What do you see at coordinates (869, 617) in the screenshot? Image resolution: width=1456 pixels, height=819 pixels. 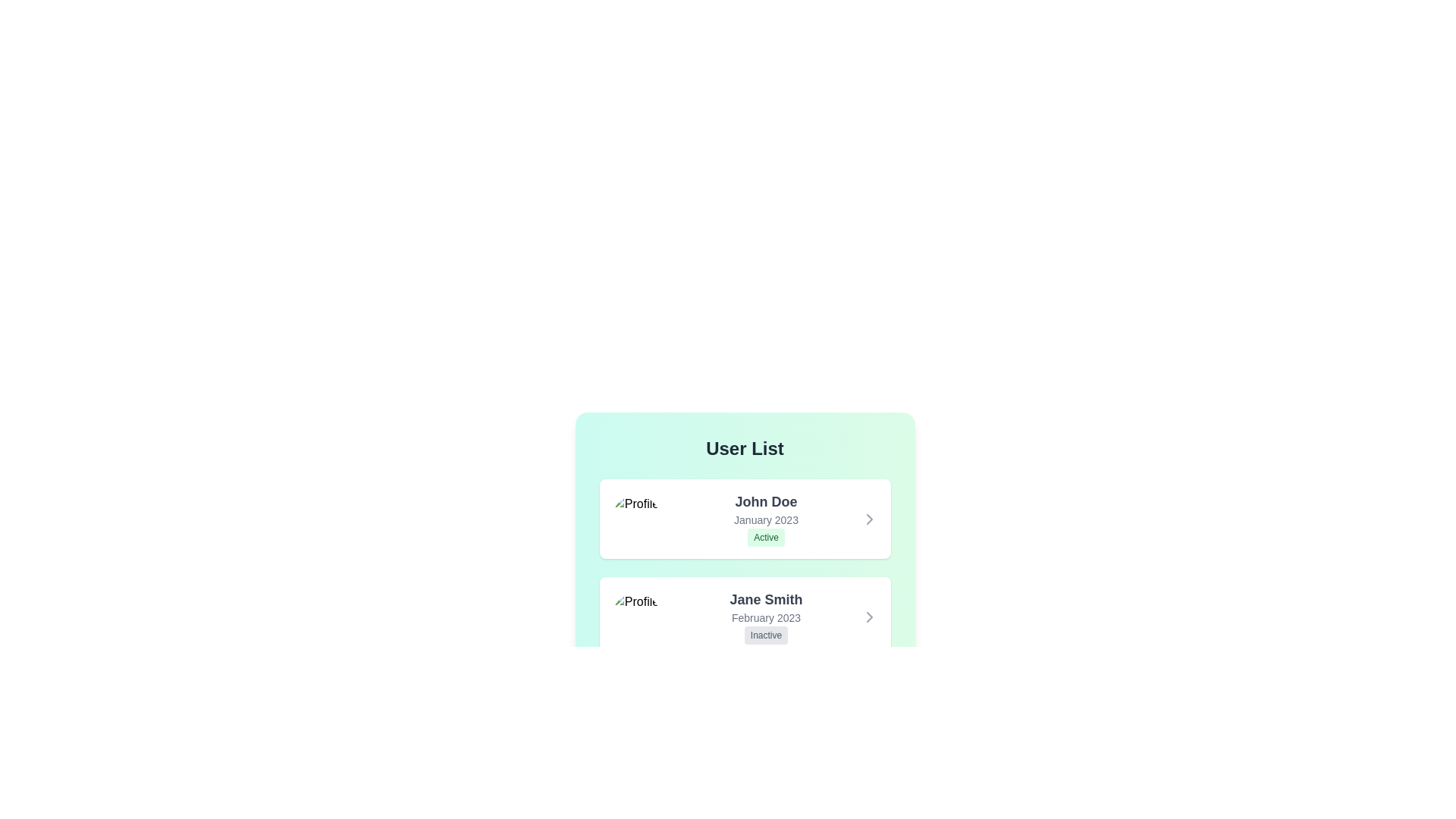 I see `the arrow icon next to Jane Smith to navigate further` at bounding box center [869, 617].